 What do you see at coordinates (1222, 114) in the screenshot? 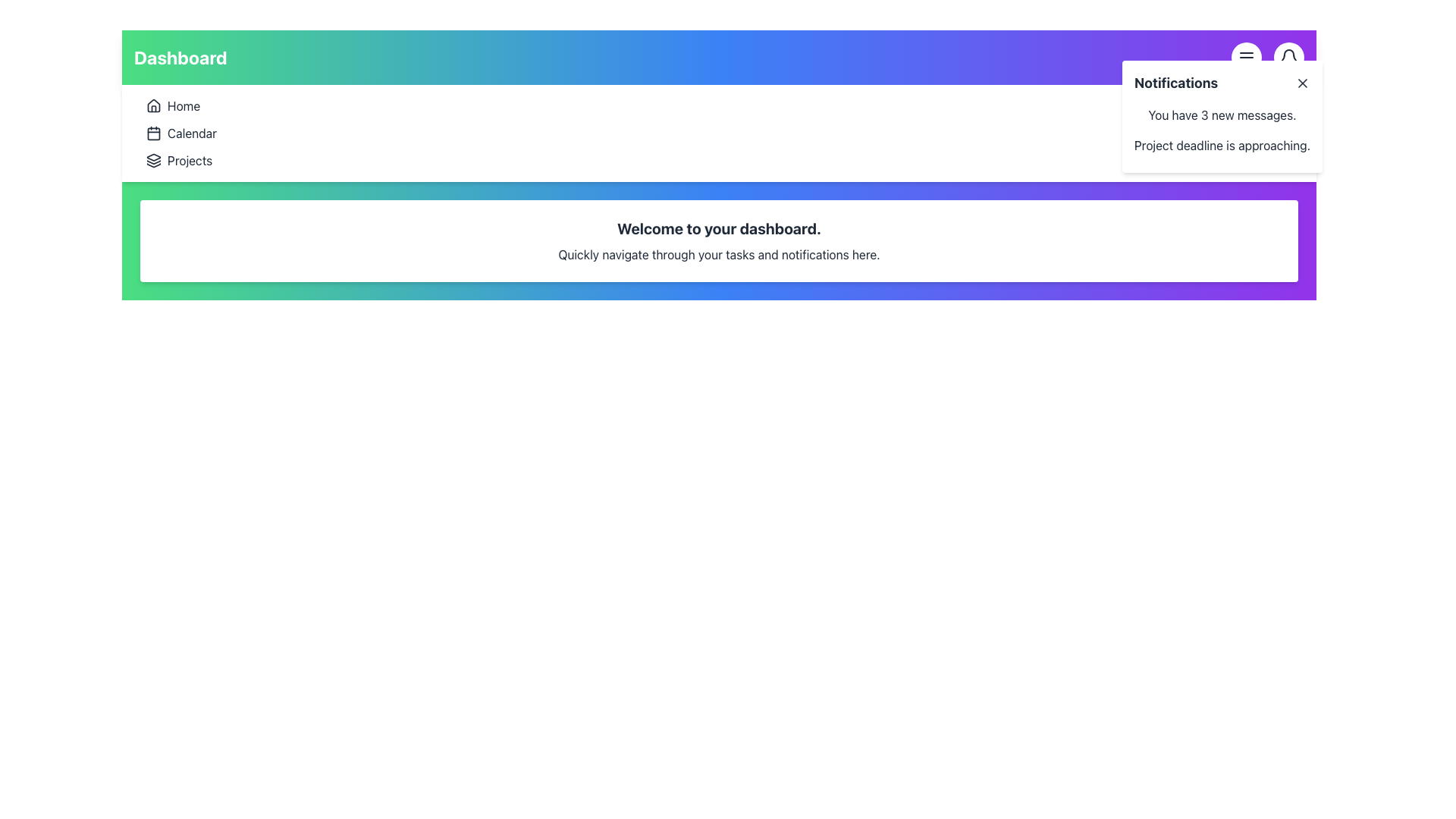
I see `the text label displaying 'You have 3 new messages.' located in the top-right notification pop-up` at bounding box center [1222, 114].